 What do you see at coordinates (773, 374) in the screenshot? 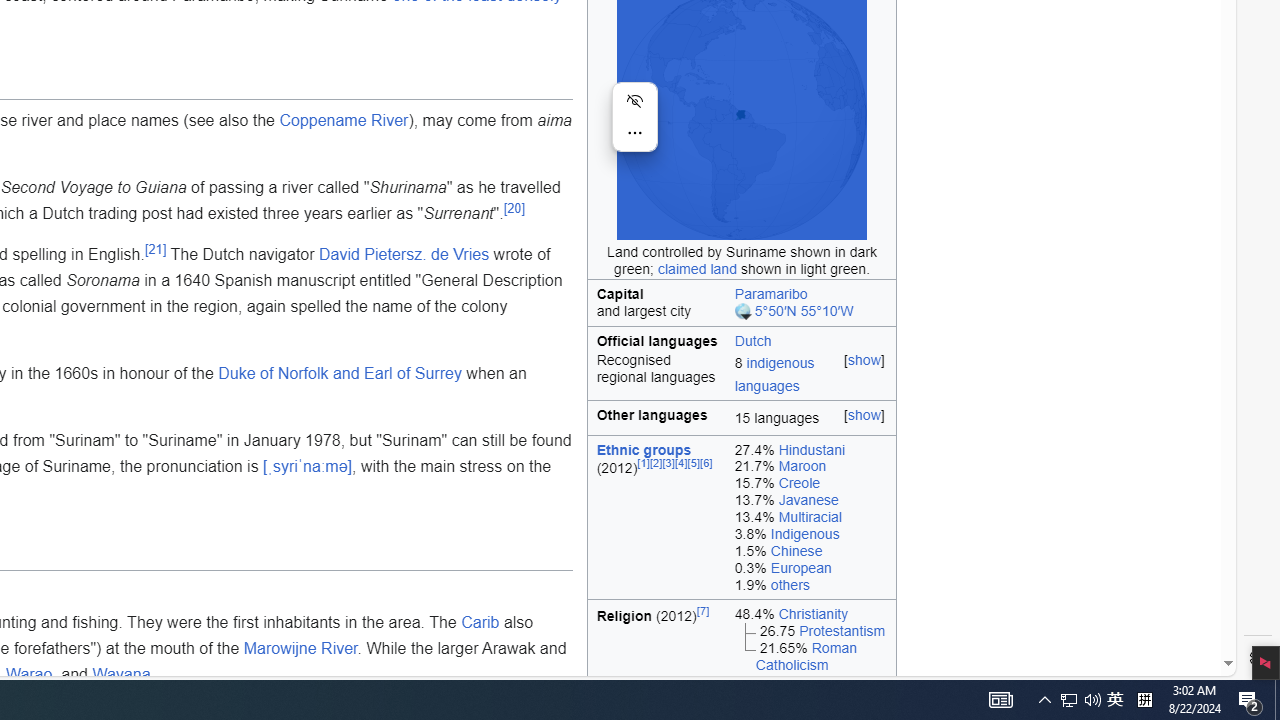
I see `'indigenous languages'` at bounding box center [773, 374].